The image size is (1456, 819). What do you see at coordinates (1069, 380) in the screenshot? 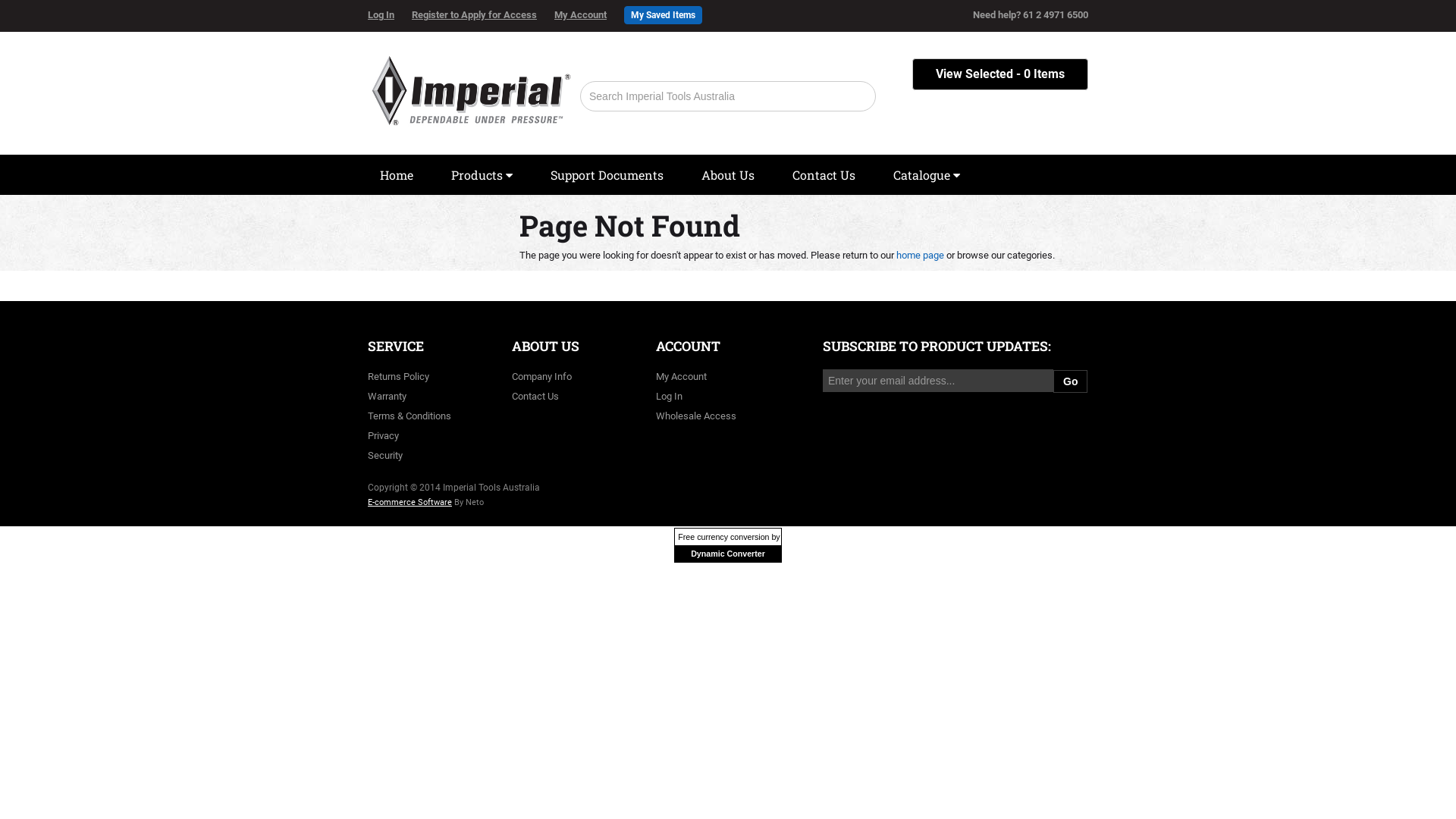
I see `'Go'` at bounding box center [1069, 380].